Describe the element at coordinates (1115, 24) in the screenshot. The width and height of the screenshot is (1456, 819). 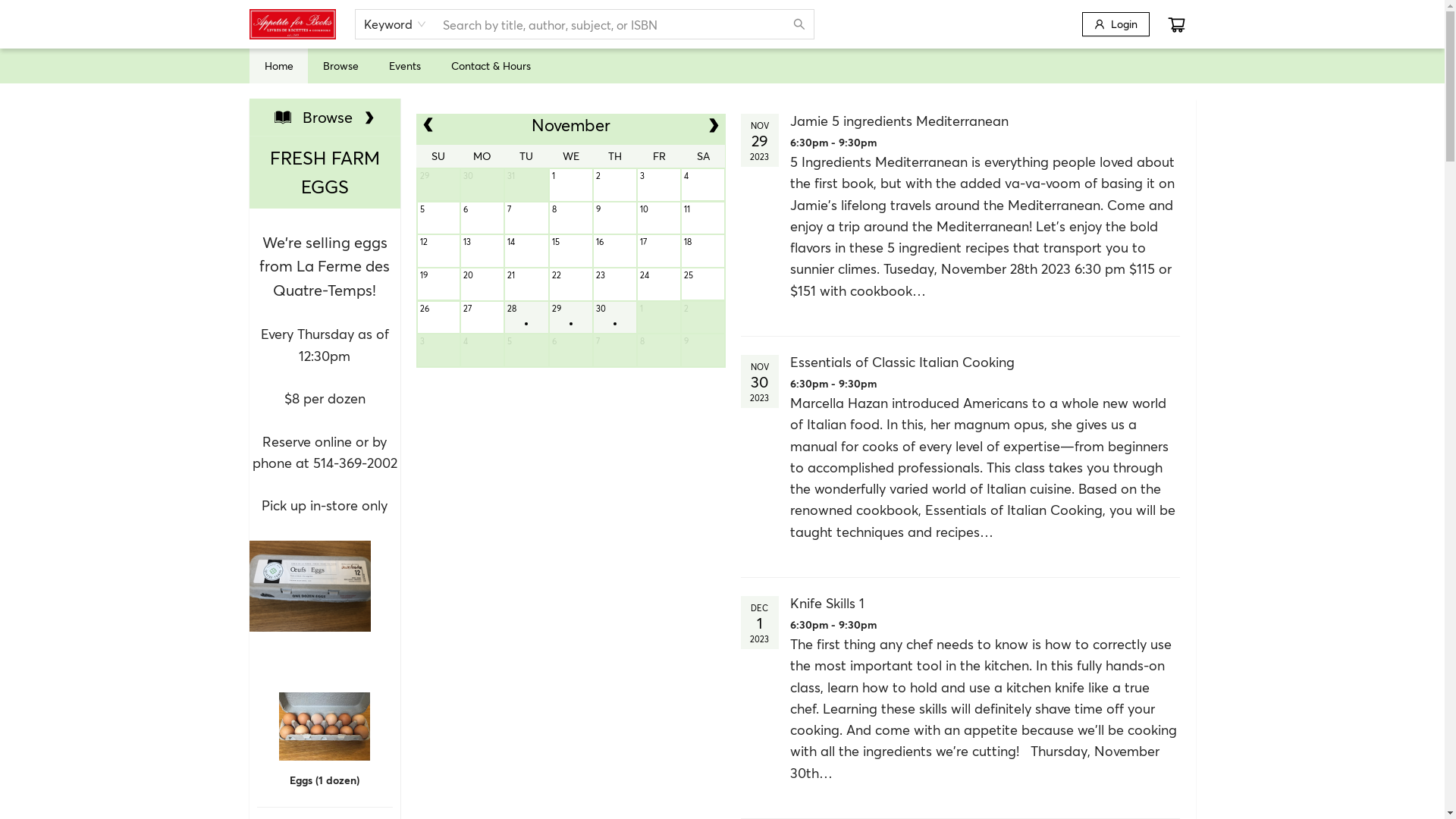
I see `'Login'` at that location.